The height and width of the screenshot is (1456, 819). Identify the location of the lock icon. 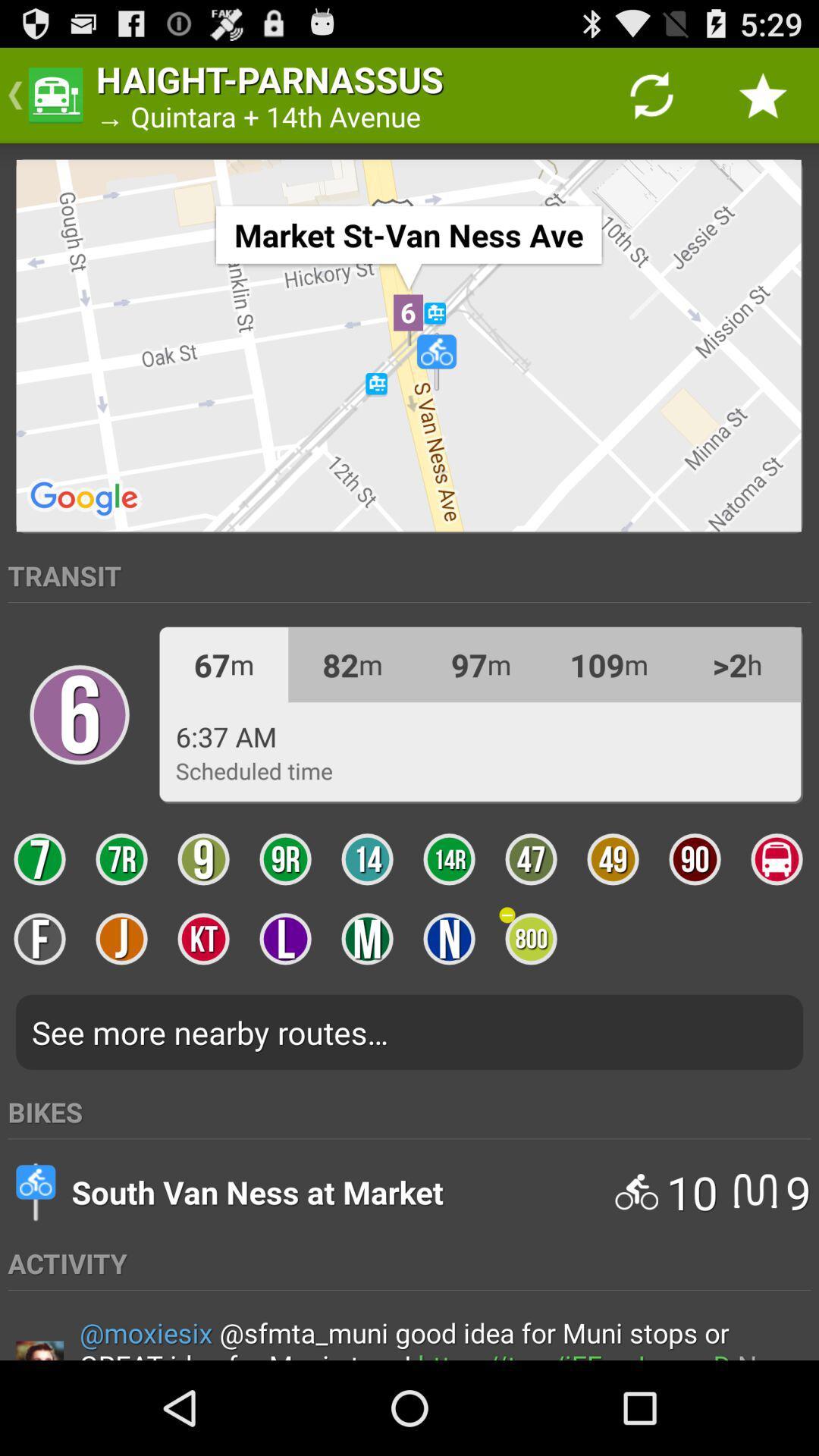
(79, 764).